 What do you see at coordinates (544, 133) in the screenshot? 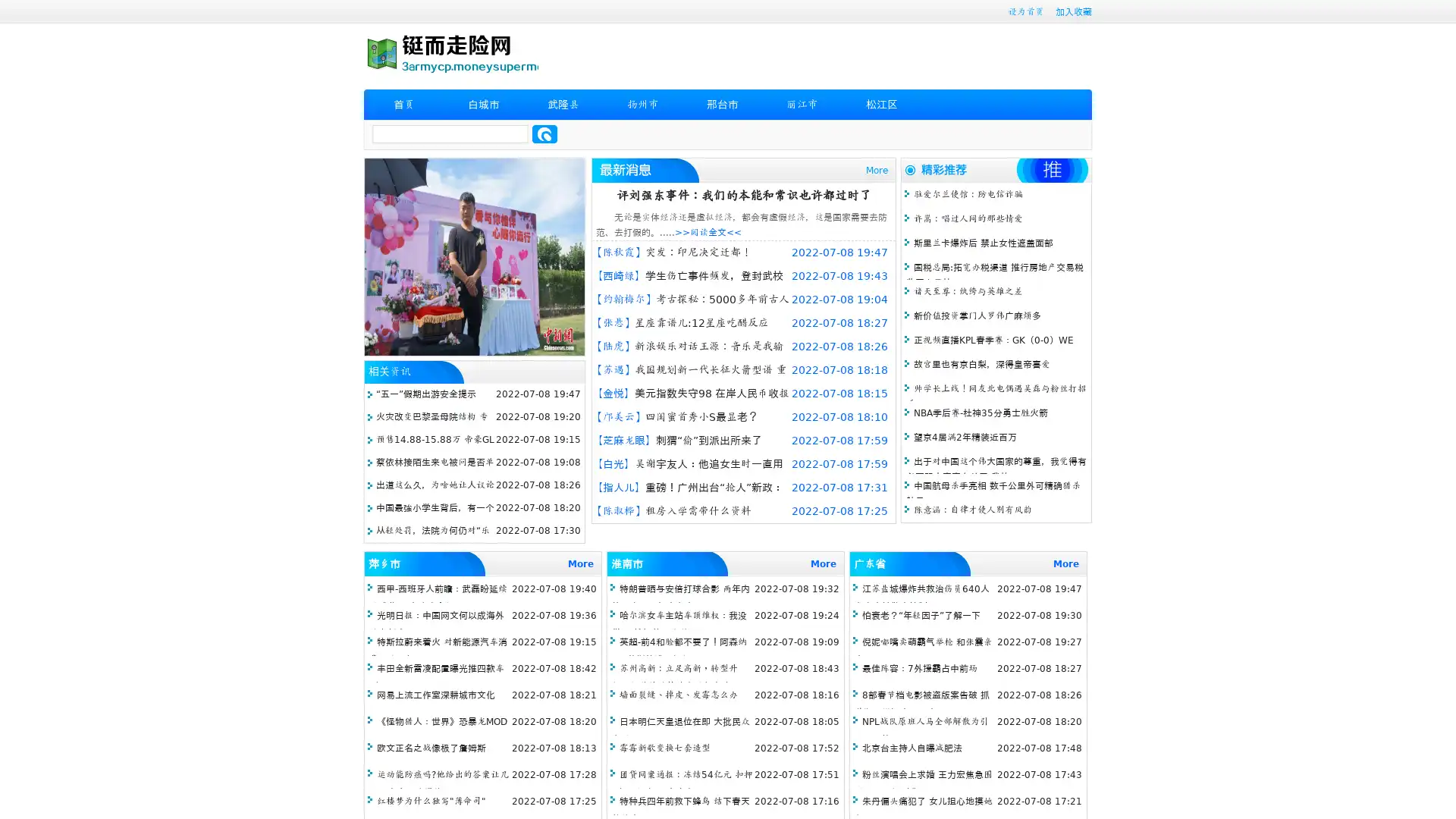
I see `Search` at bounding box center [544, 133].